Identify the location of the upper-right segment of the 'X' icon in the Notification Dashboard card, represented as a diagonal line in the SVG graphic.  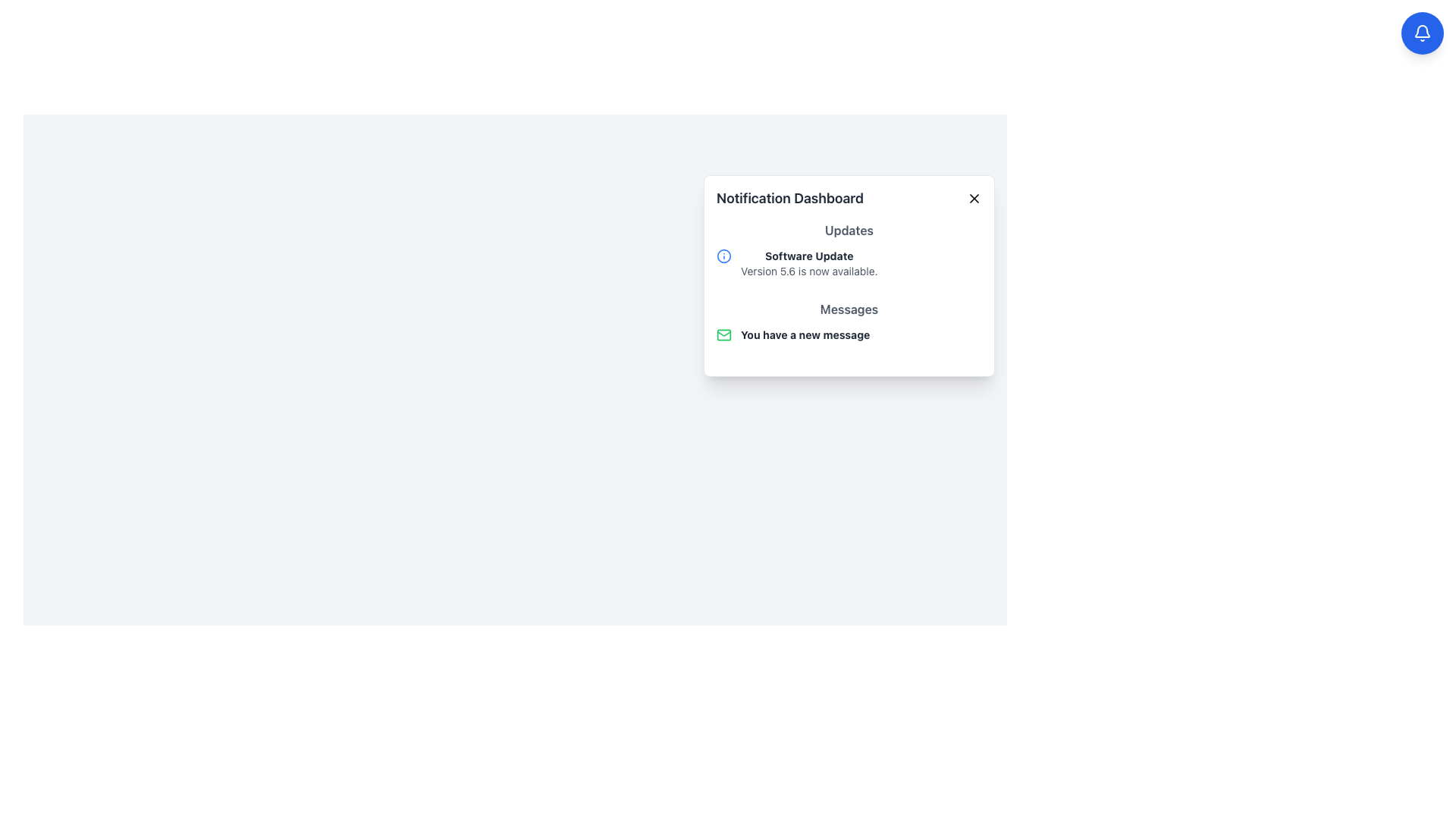
(974, 198).